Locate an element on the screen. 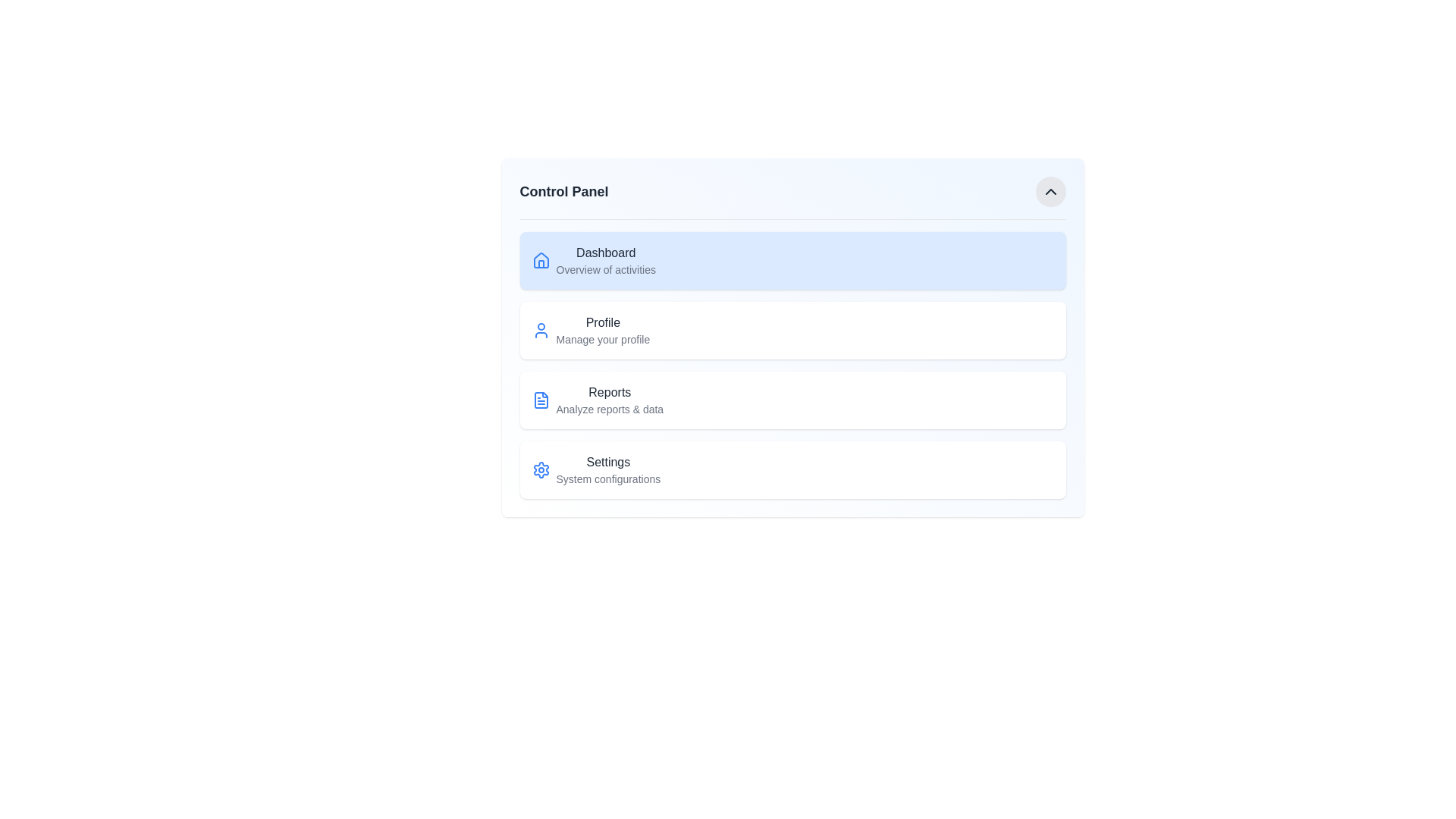 The height and width of the screenshot is (819, 1456). the toggle button located is located at coordinates (1050, 191).